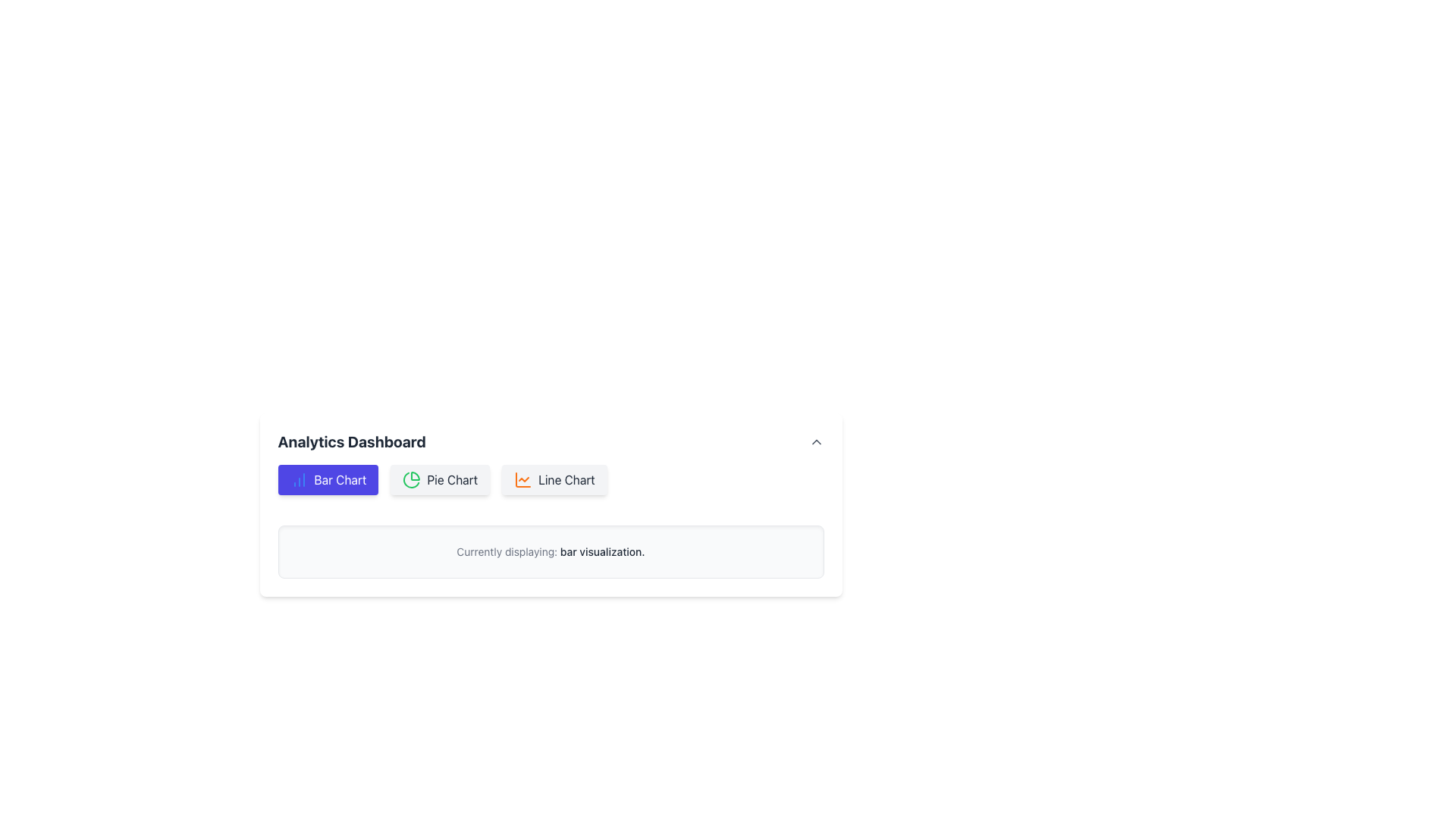 This screenshot has width=1456, height=819. What do you see at coordinates (299, 479) in the screenshot?
I see `the small blue bar chart icon located to the left of the 'Bar Chart' button in the chart selection interface` at bounding box center [299, 479].